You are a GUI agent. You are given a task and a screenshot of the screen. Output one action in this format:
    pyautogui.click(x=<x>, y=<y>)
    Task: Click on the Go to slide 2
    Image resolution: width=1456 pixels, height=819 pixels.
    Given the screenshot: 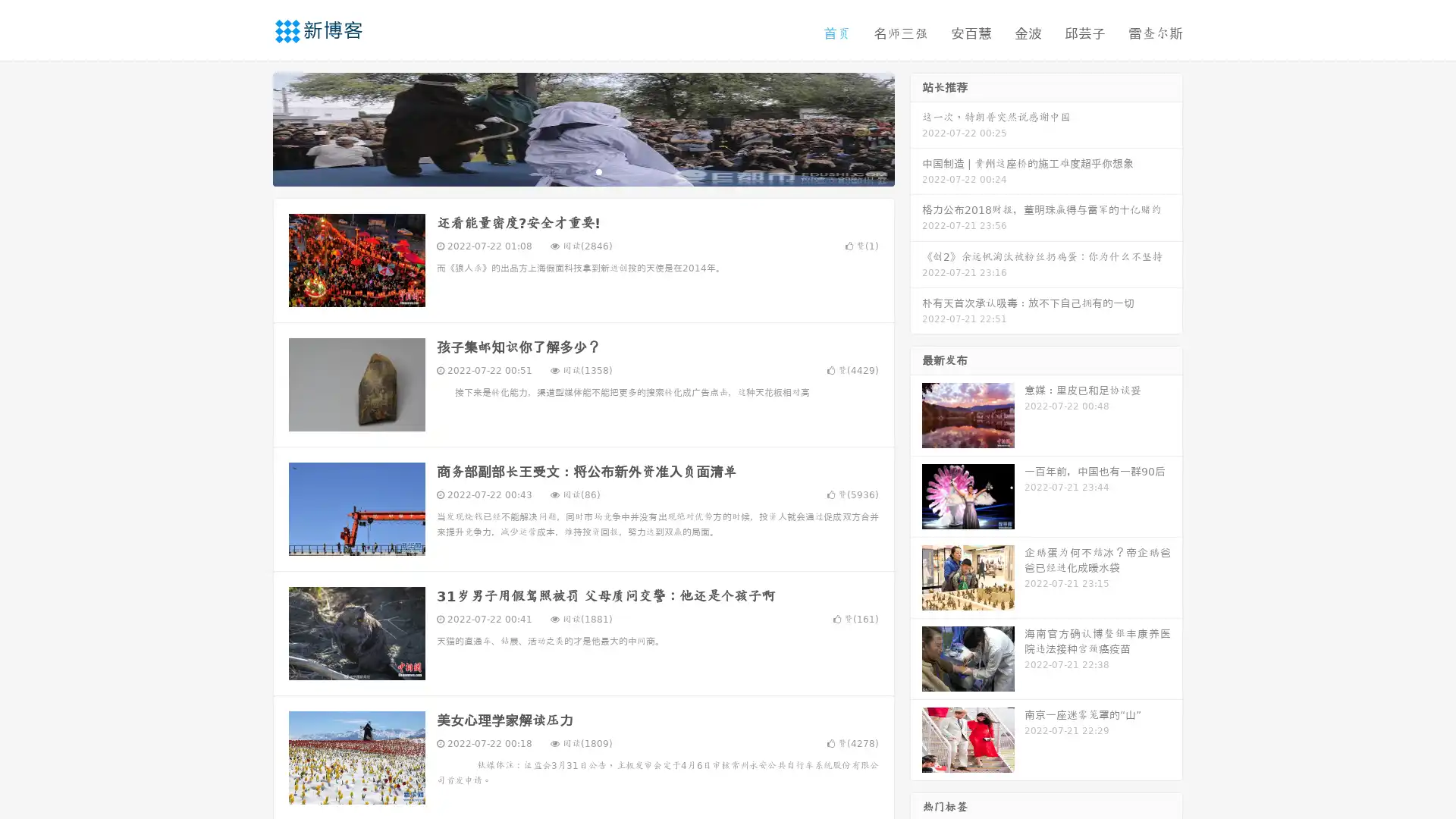 What is the action you would take?
    pyautogui.click(x=582, y=171)
    